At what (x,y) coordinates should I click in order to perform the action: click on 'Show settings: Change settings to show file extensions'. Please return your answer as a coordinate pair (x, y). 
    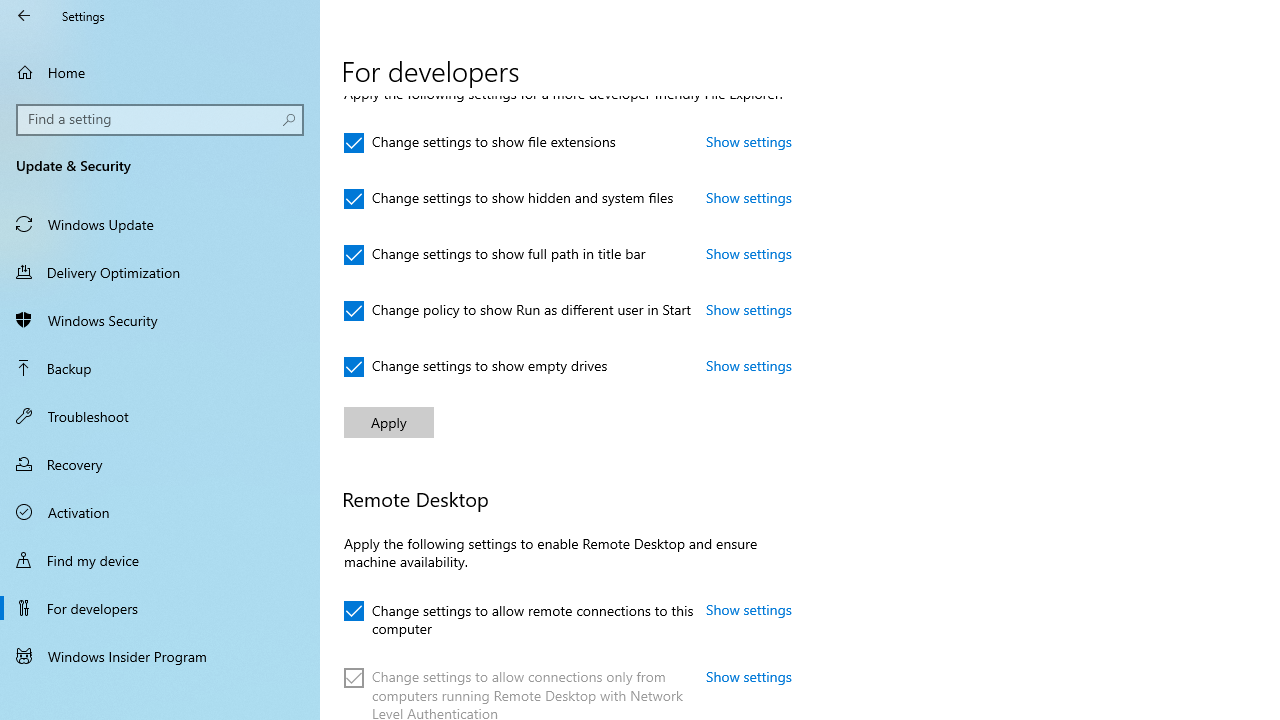
    Looking at the image, I should click on (748, 140).